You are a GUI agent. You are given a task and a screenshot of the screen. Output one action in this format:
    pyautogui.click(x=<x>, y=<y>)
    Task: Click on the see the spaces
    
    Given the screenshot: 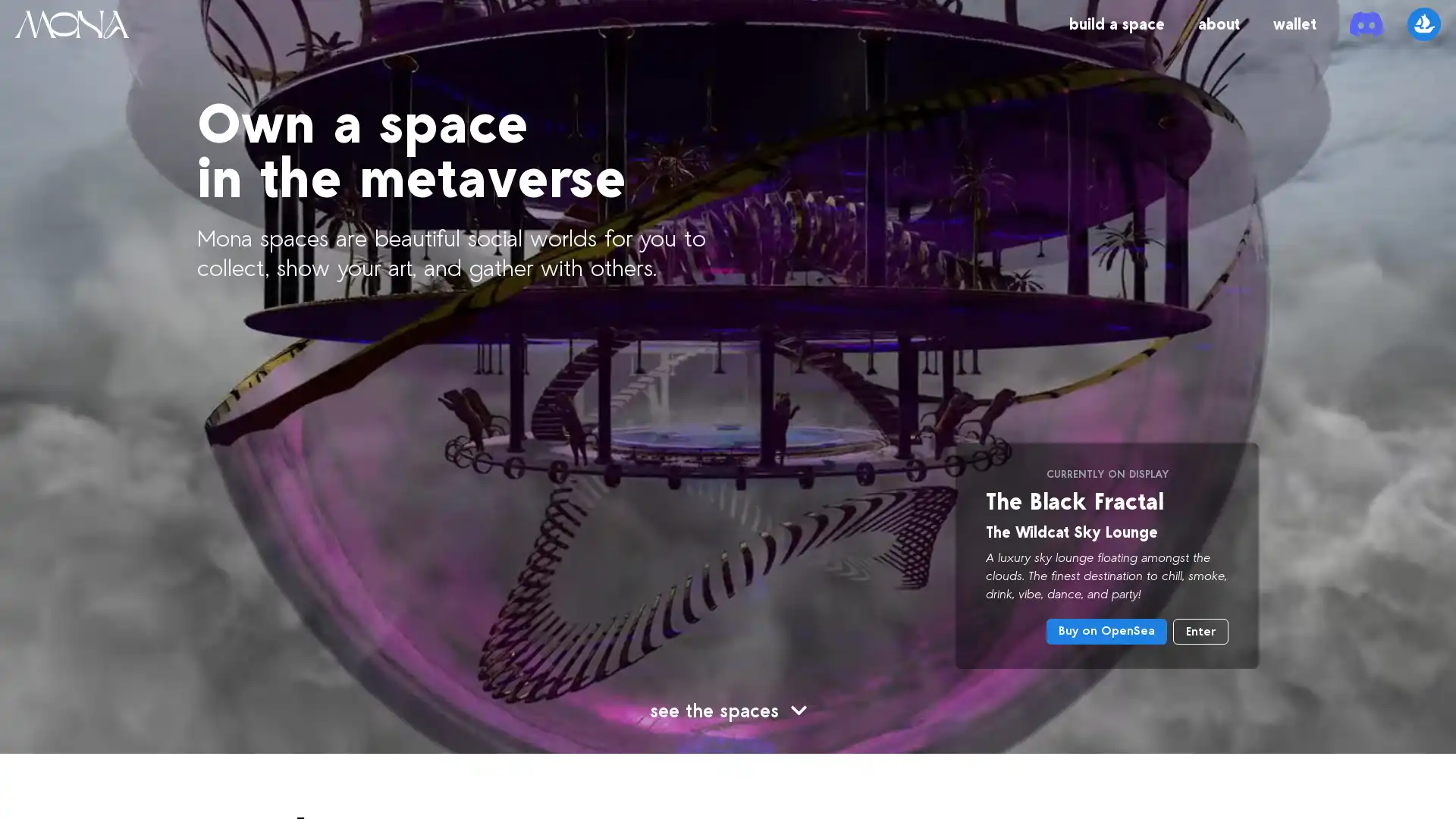 What is the action you would take?
    pyautogui.click(x=726, y=711)
    